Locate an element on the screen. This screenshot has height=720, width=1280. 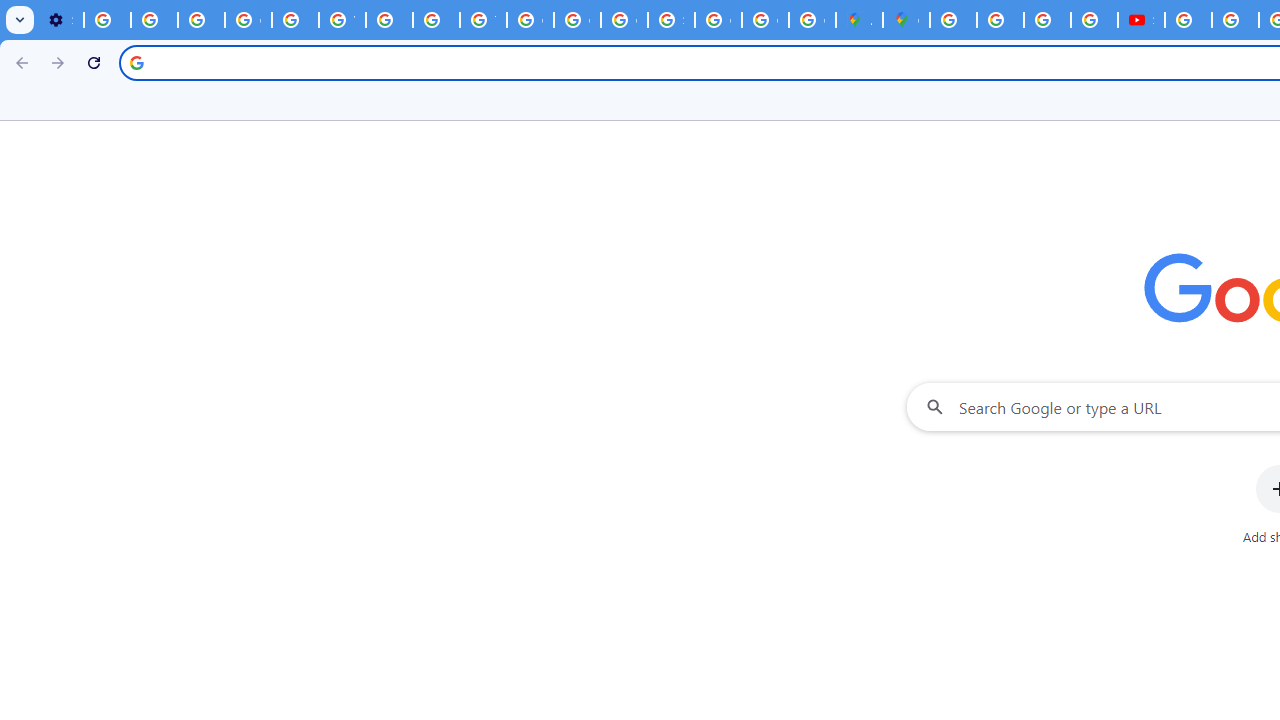
'How Chrome protects your passwords - Google Chrome Help' is located at coordinates (1188, 20).